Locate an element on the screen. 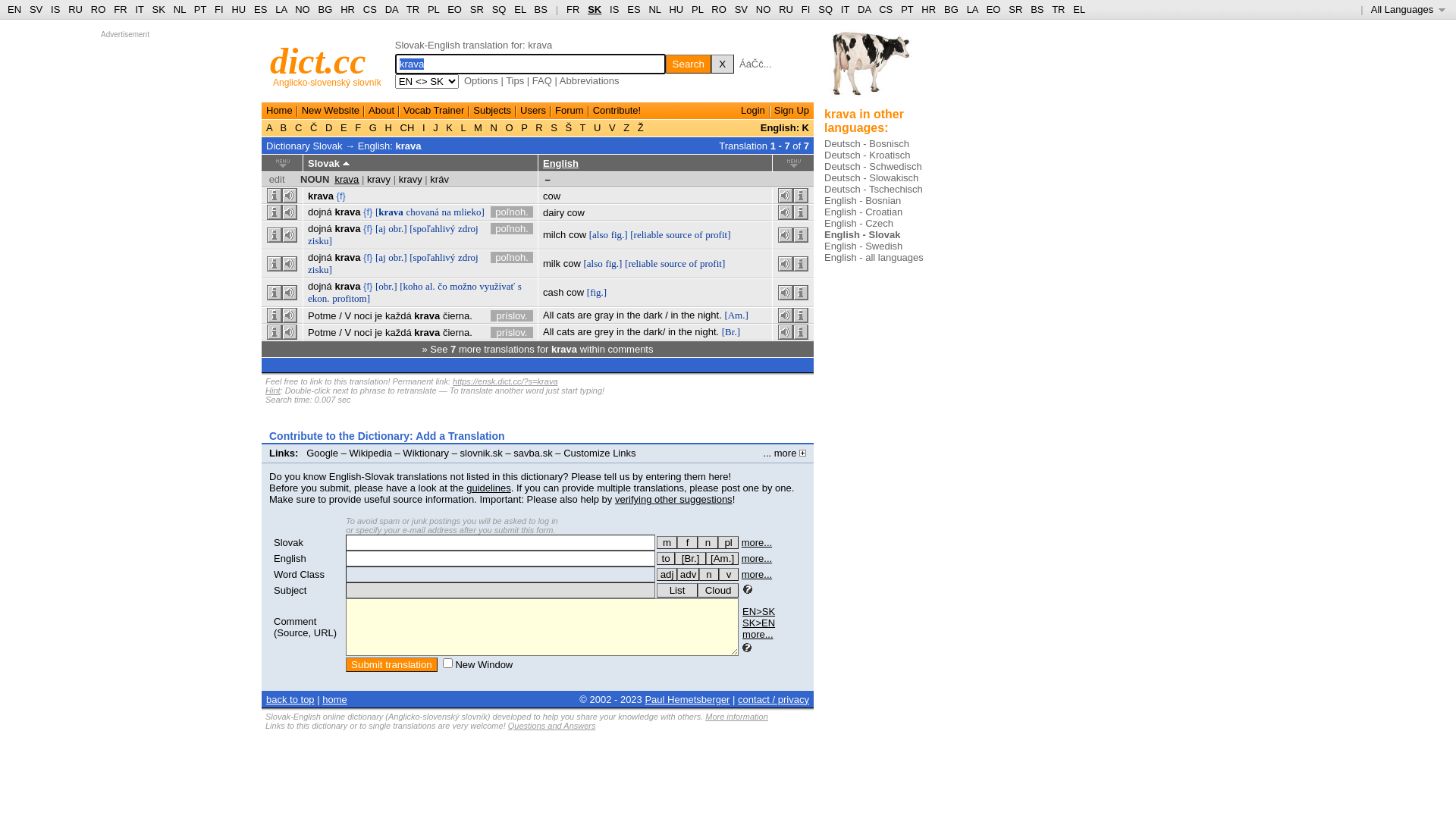  'English: K' is located at coordinates (785, 127).